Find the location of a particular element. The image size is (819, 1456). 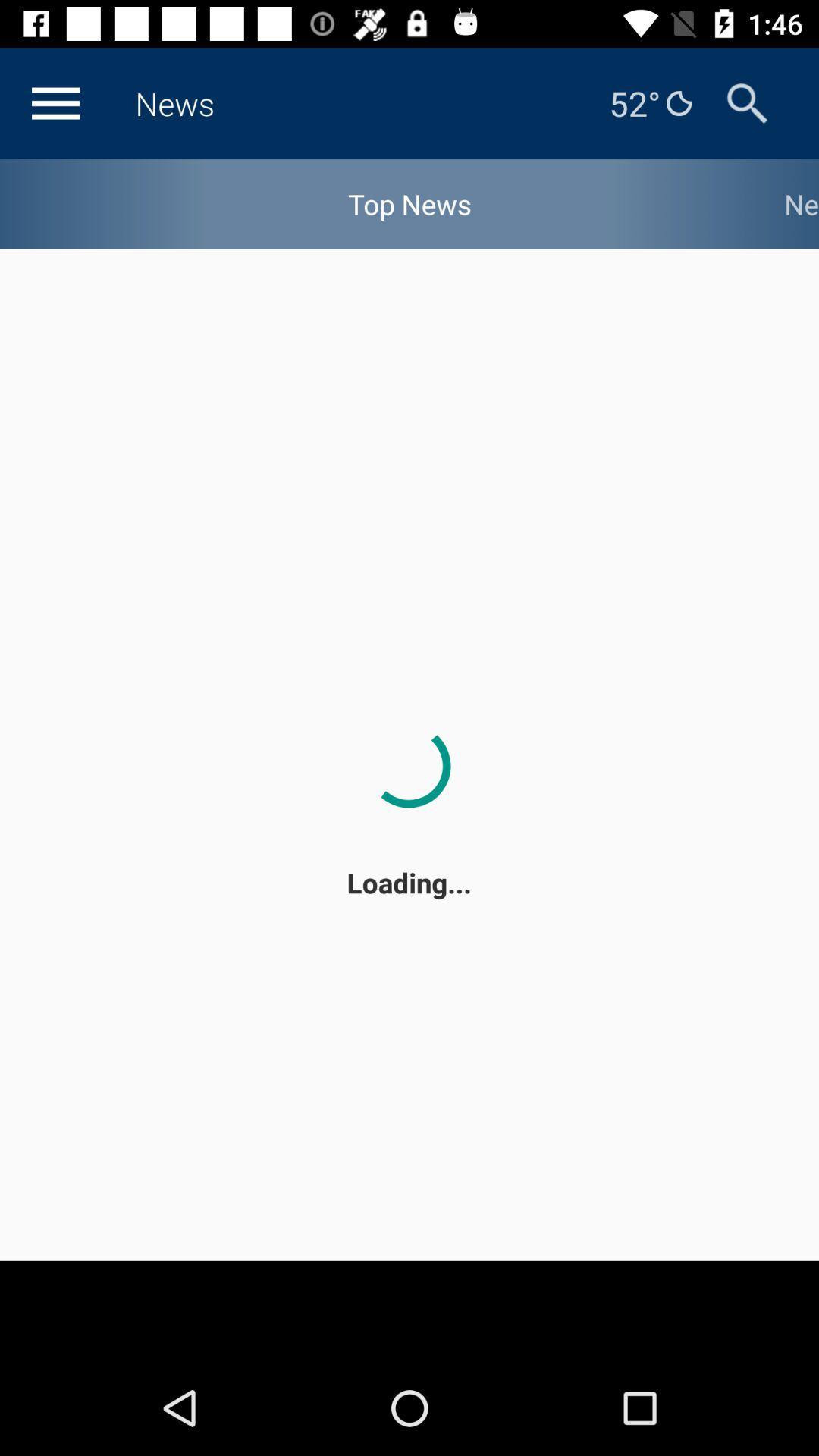

the menu icon is located at coordinates (55, 102).